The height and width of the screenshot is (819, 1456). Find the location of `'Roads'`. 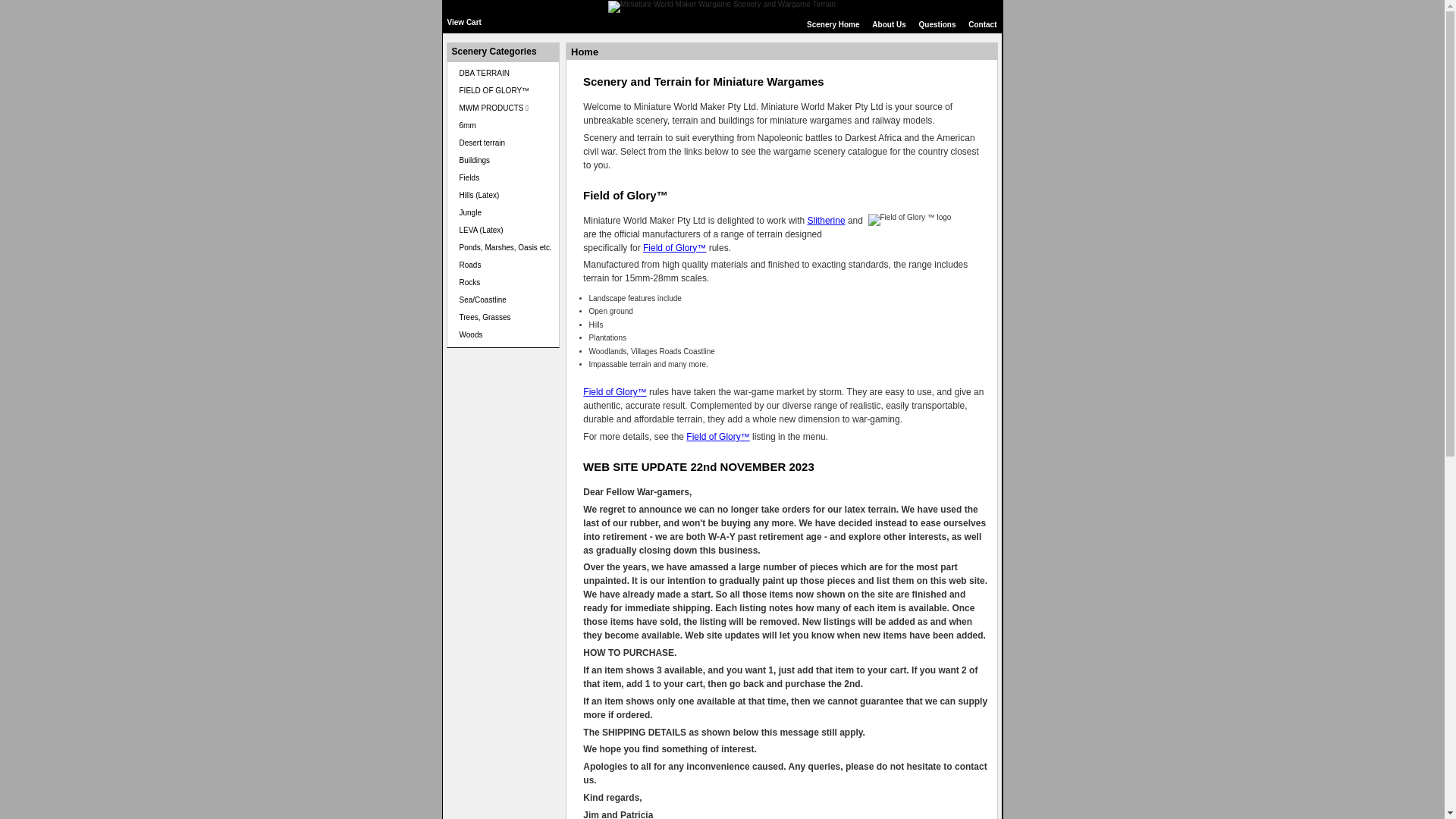

'Roads' is located at coordinates (469, 264).